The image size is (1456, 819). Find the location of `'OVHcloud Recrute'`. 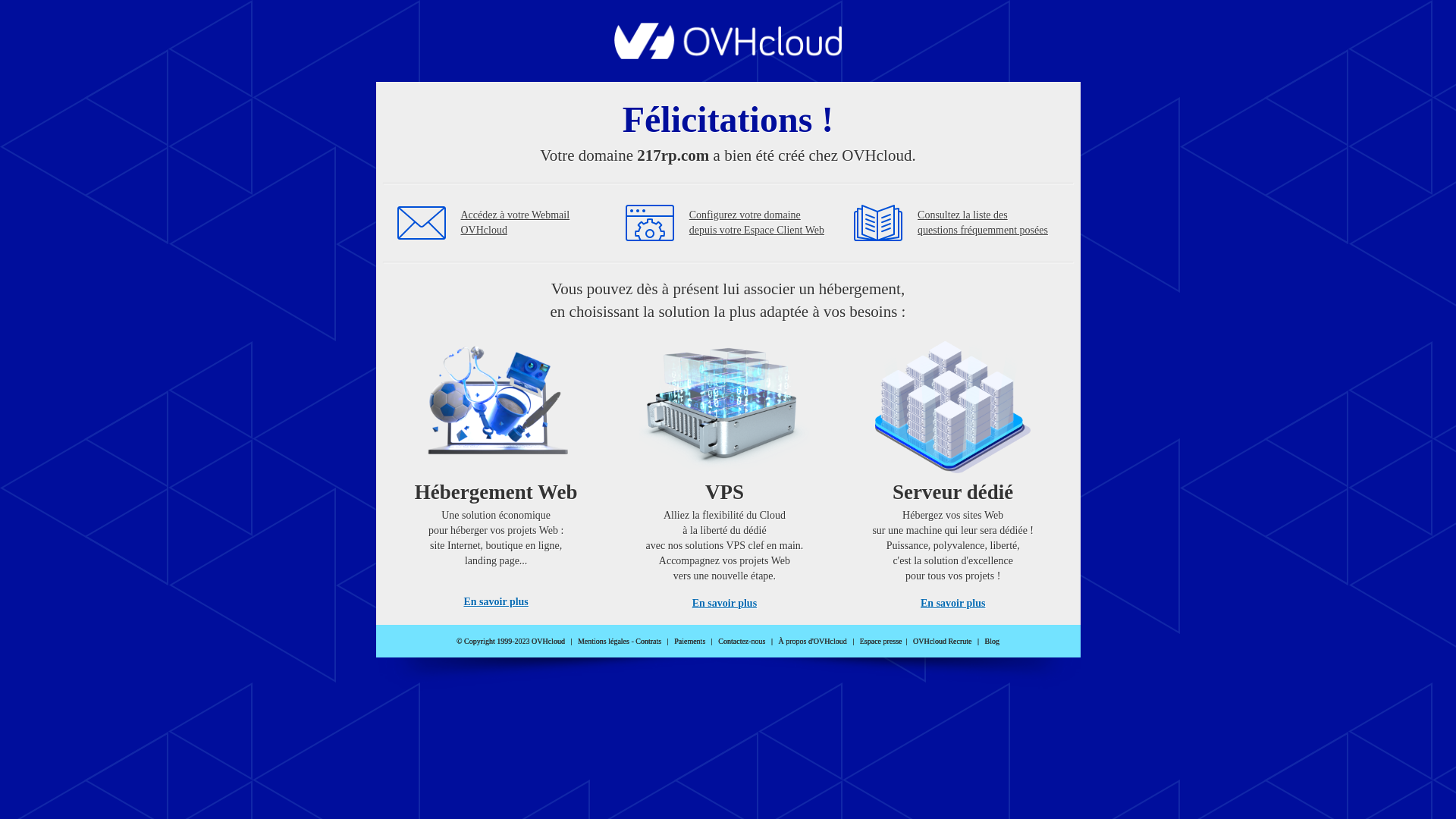

'OVHcloud Recrute' is located at coordinates (941, 641).